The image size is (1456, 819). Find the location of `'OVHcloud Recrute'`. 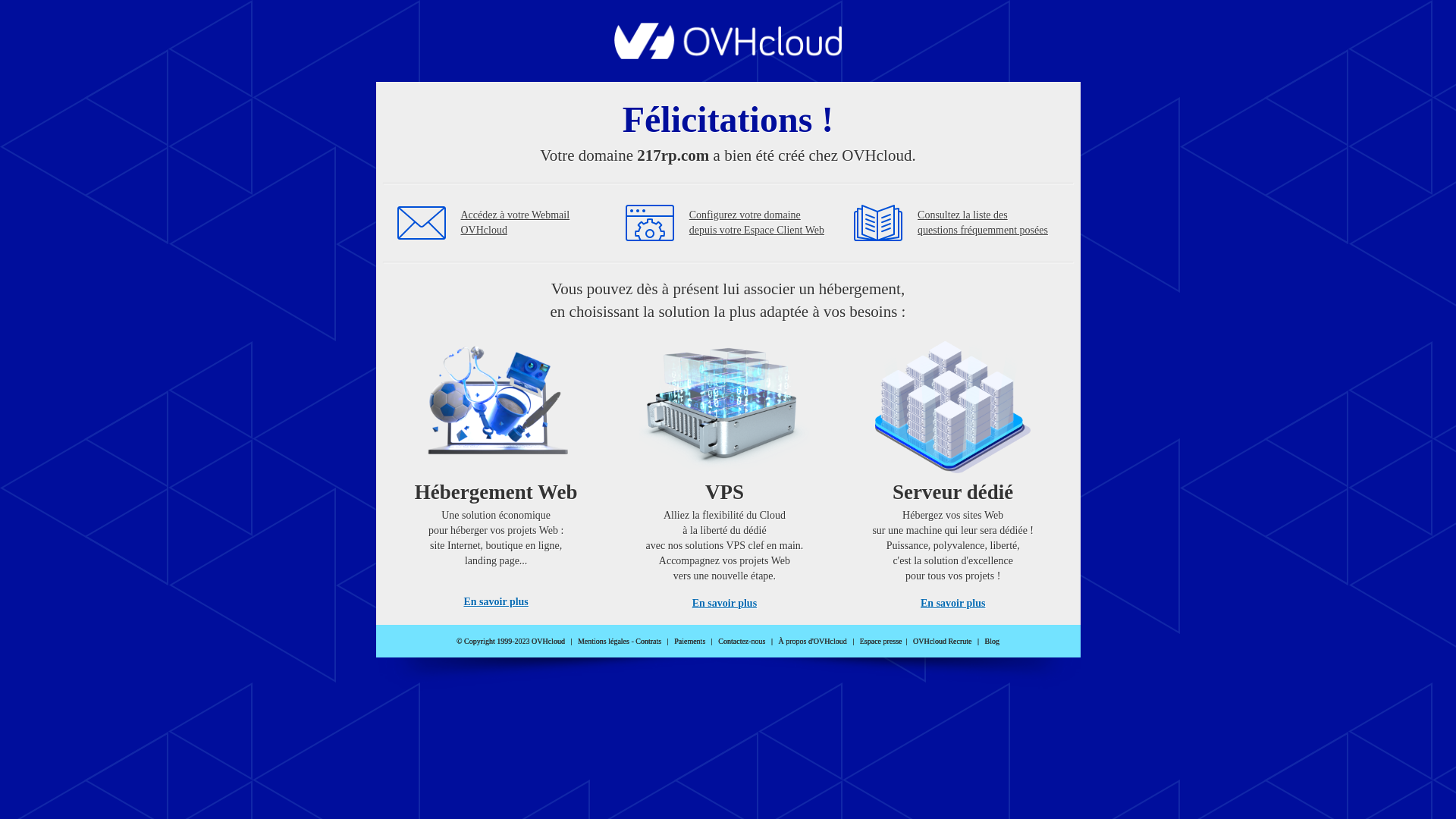

'OVHcloud Recrute' is located at coordinates (941, 641).